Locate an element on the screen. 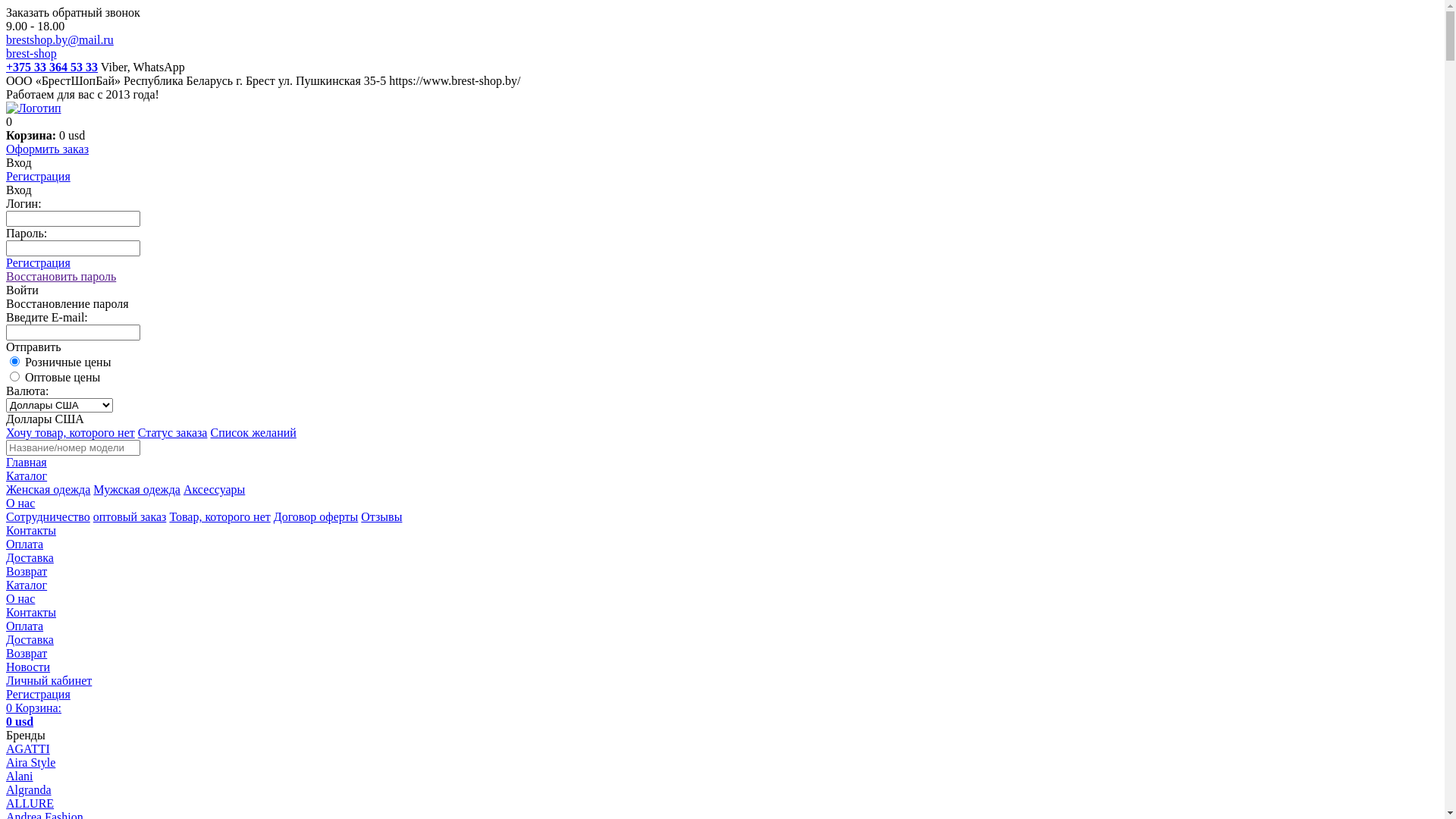 The height and width of the screenshot is (819, 1456). '+375 33 364 53 33' is located at coordinates (52, 66).